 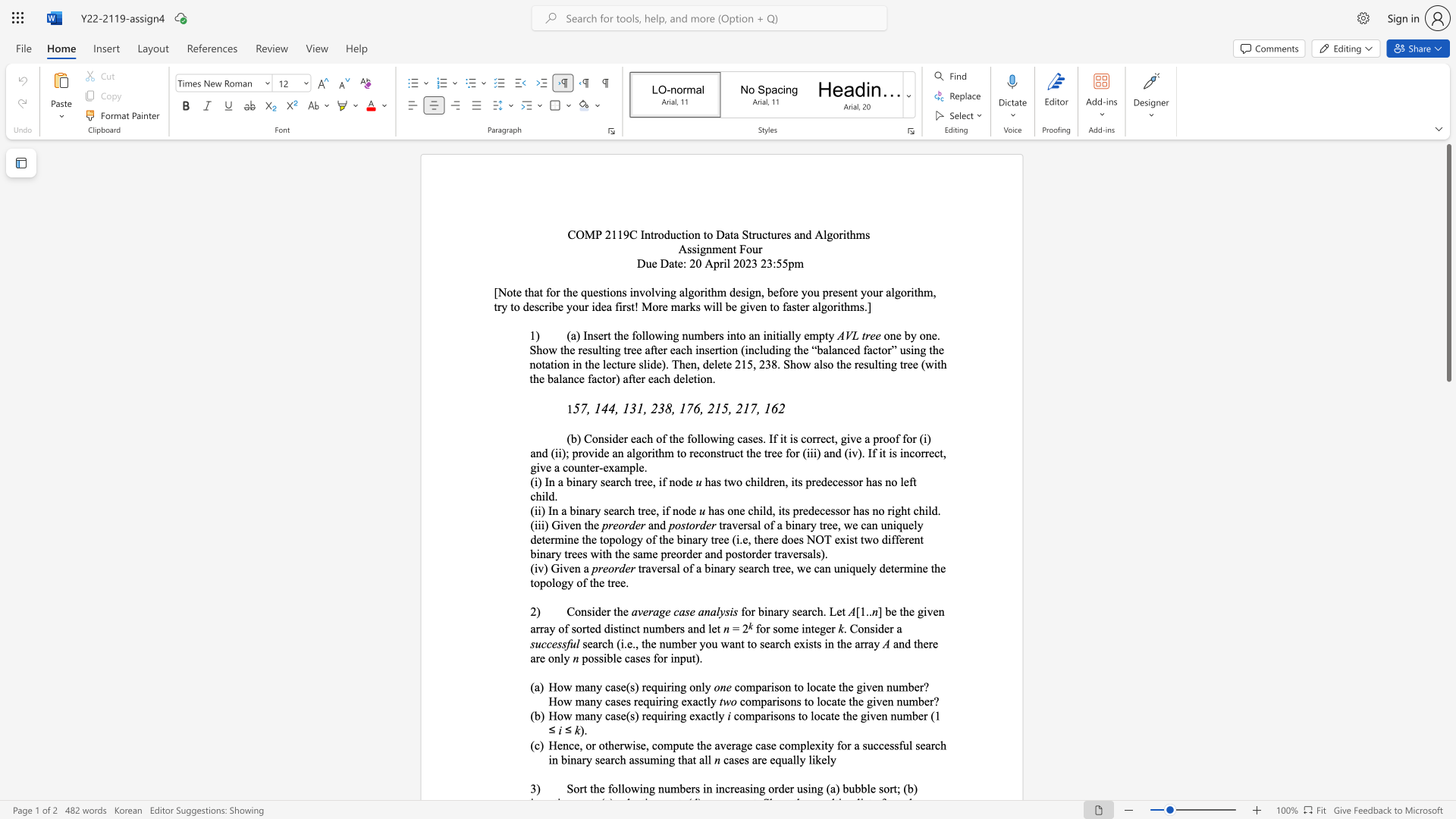 What do you see at coordinates (1448, 432) in the screenshot?
I see `the scrollbar on the right to move the page downward` at bounding box center [1448, 432].